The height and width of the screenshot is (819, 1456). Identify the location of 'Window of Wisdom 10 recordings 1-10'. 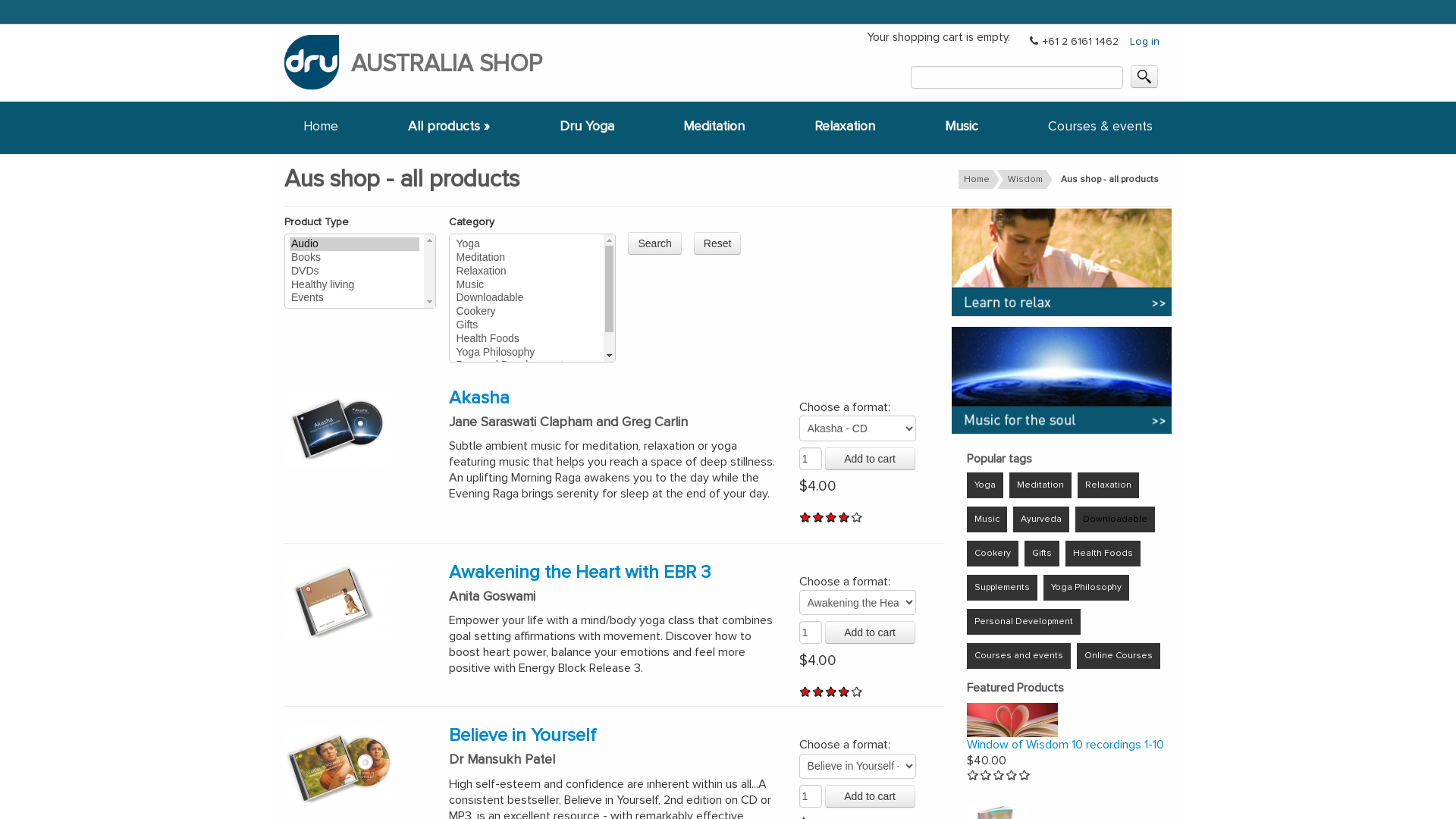
(1065, 744).